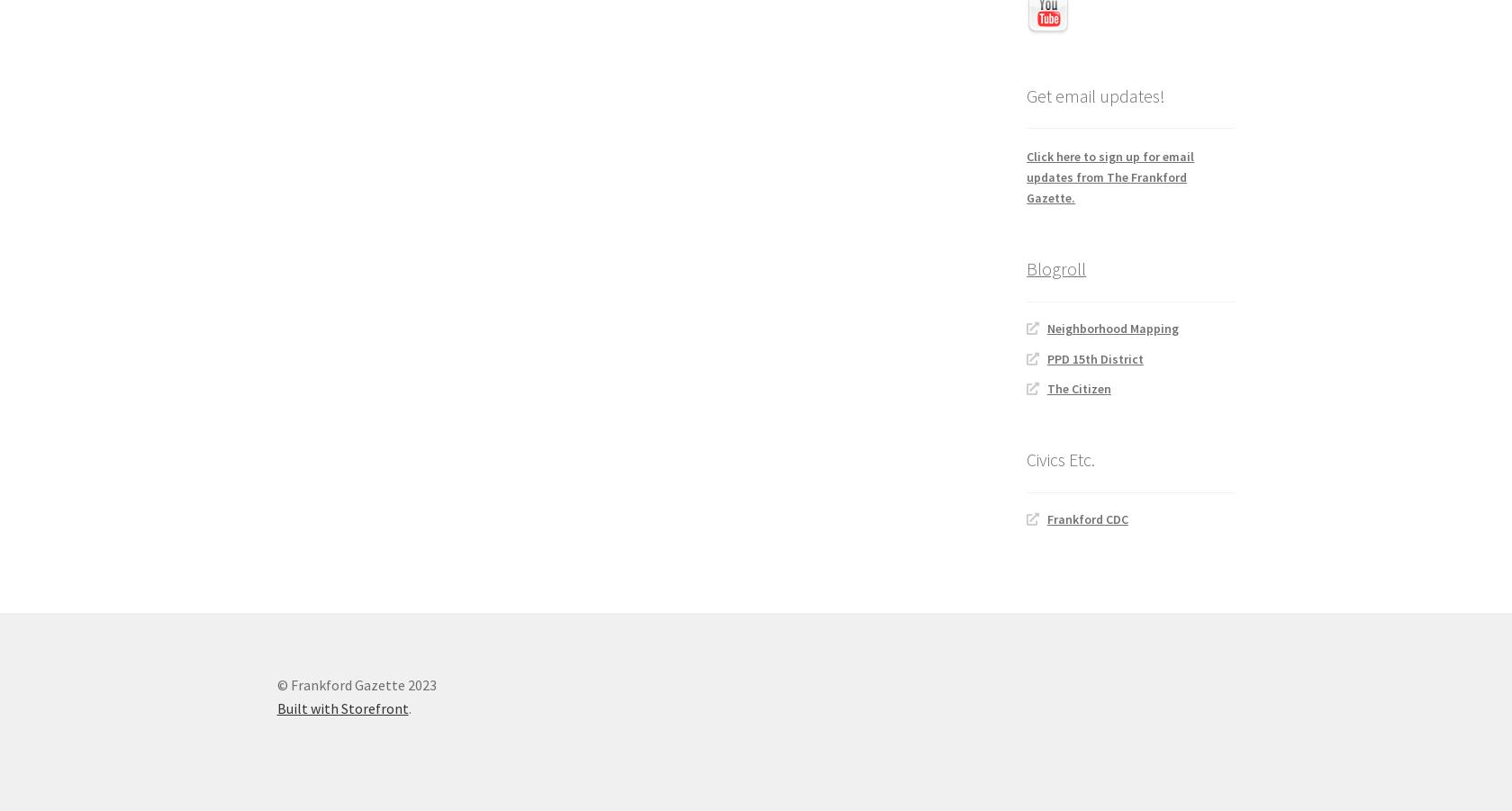 Image resolution: width=1512 pixels, height=811 pixels. I want to click on 'Built with Storefront', so click(341, 707).